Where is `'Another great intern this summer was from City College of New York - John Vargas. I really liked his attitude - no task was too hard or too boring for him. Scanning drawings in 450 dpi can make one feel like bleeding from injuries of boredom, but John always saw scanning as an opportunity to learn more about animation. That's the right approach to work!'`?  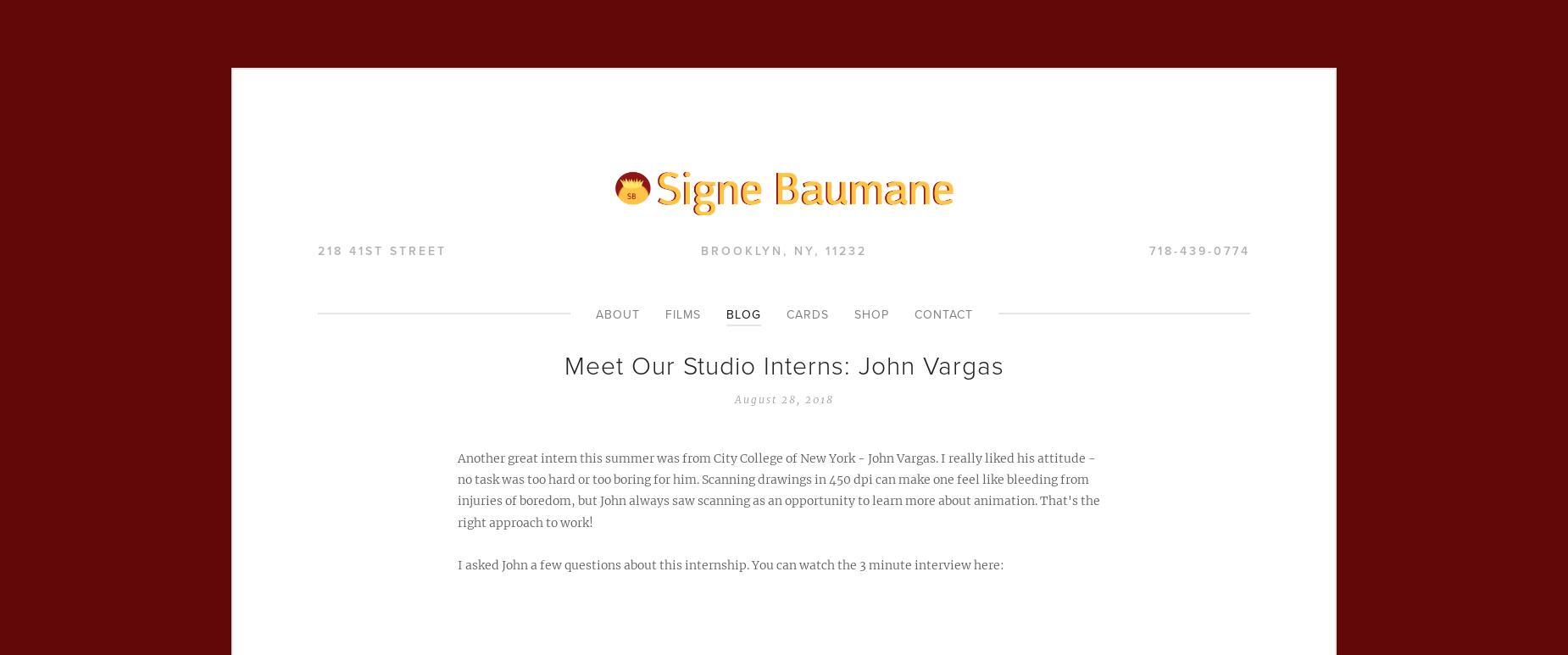 'Another great intern this summer was from City College of New York - John Vargas. I really liked his attitude - no task was too hard or too boring for him. Scanning drawings in 450 dpi can make one feel like bleeding from injuries of boredom, but John always saw scanning as an opportunity to learn more about animation. That's the right approach to work!' is located at coordinates (779, 489).